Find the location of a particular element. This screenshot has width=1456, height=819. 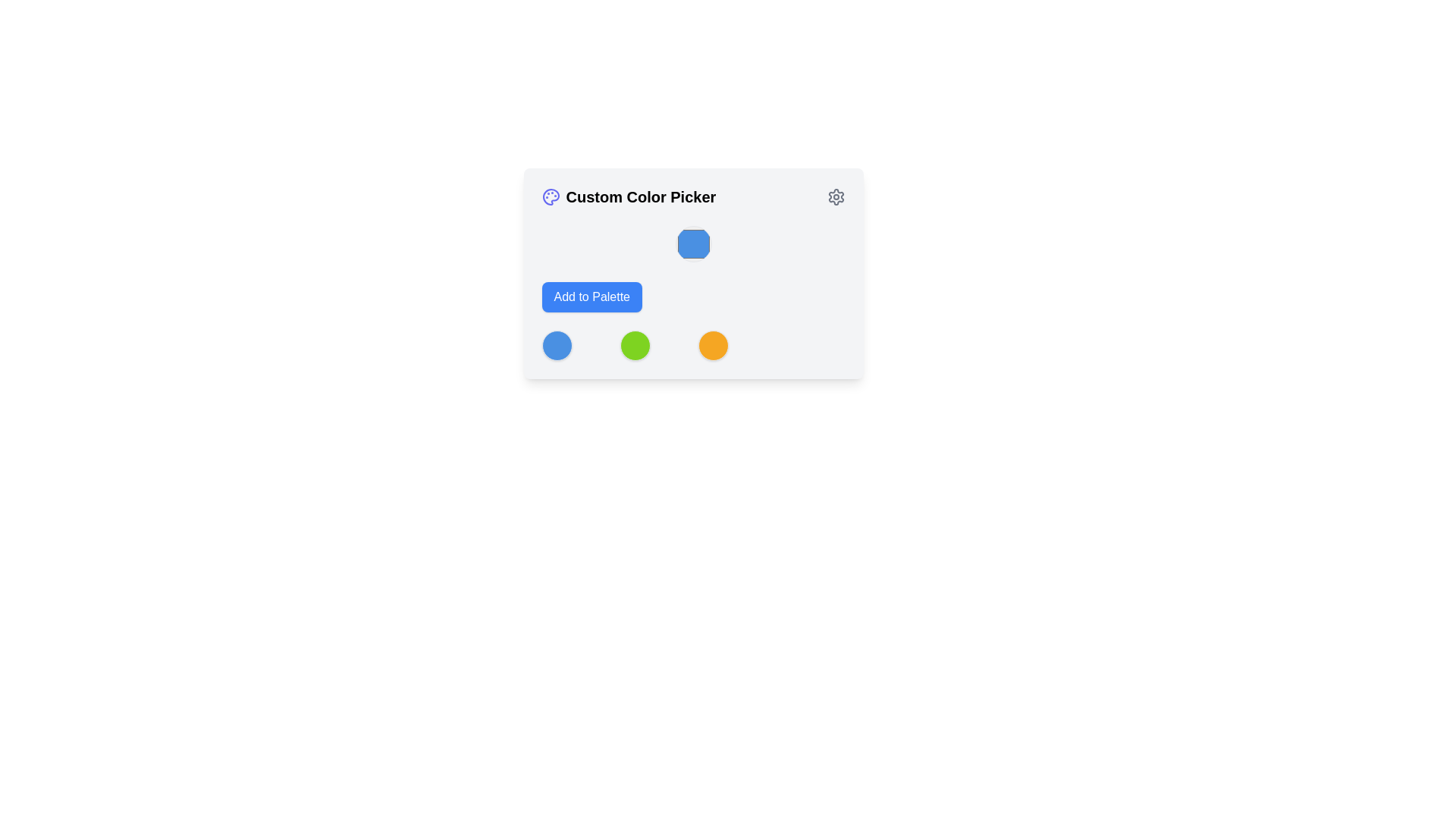

the Settings icon located on the far right of the 'Custom Color Picker' header is located at coordinates (835, 196).